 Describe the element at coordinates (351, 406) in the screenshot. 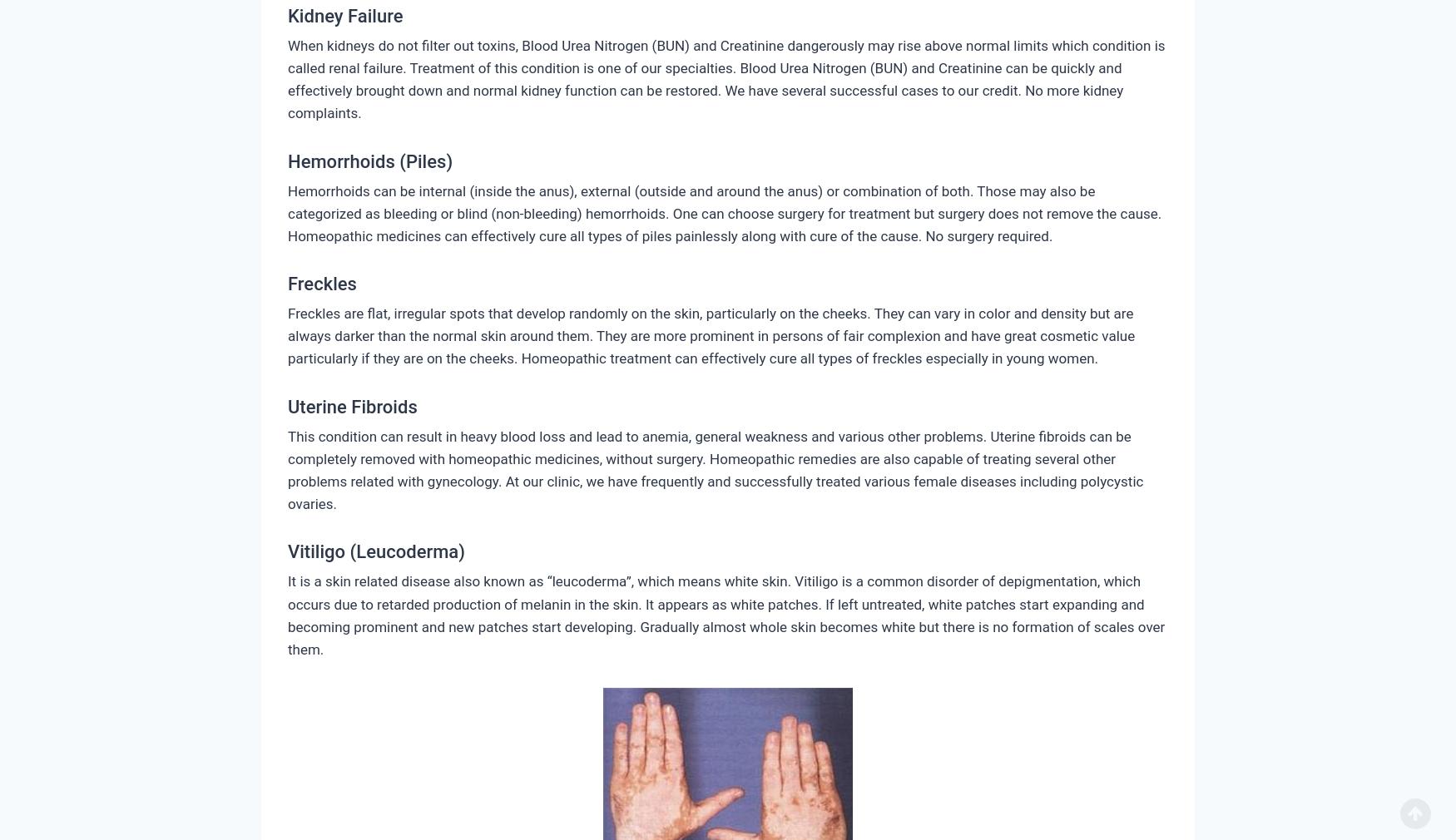

I see `'Uterine Fibroids'` at that location.